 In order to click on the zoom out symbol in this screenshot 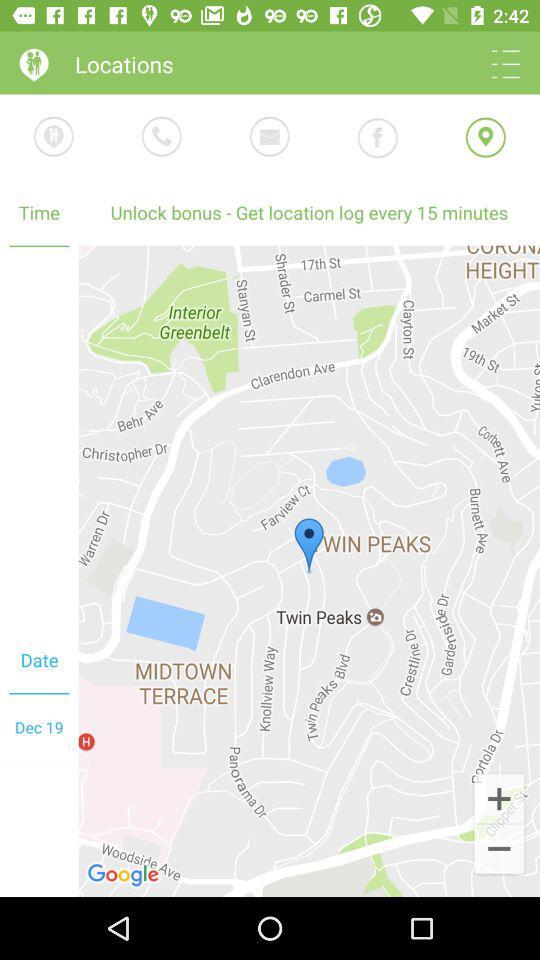, I will do `click(498, 849)`.